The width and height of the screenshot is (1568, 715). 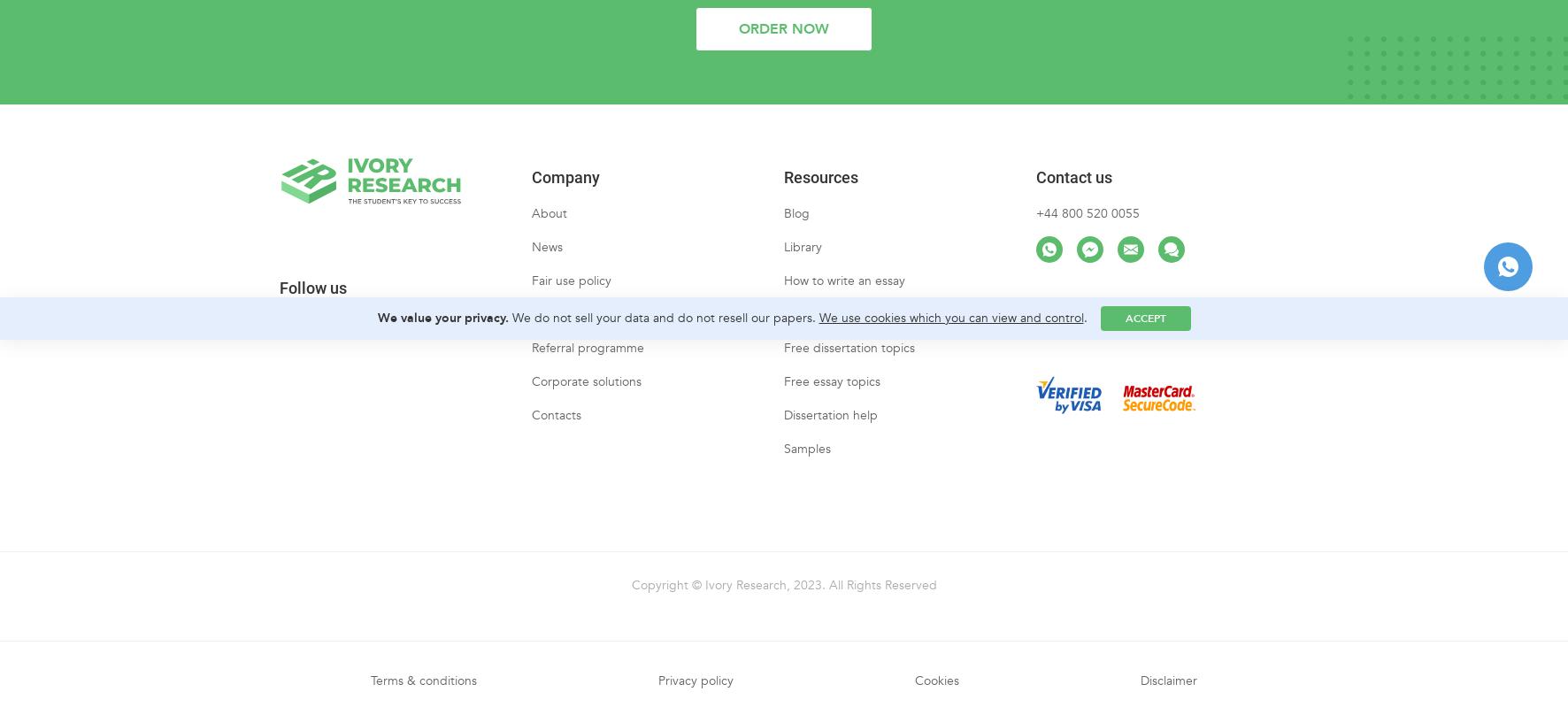 I want to click on 'Fair use policy', so click(x=572, y=296).